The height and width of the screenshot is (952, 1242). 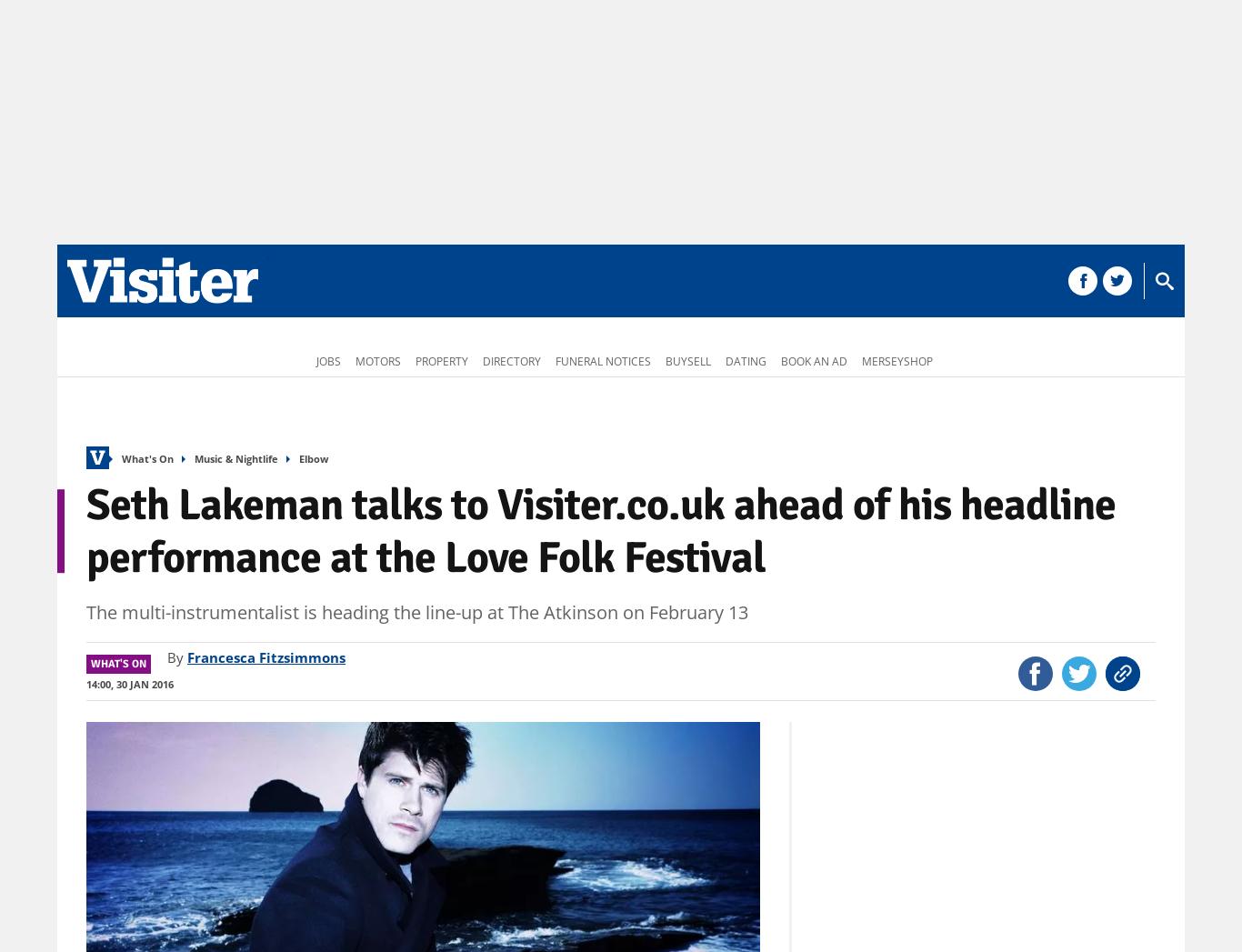 I want to click on 'The multi-instrumentalist is heading the line-up at The Atkinson on February 13', so click(x=85, y=611).